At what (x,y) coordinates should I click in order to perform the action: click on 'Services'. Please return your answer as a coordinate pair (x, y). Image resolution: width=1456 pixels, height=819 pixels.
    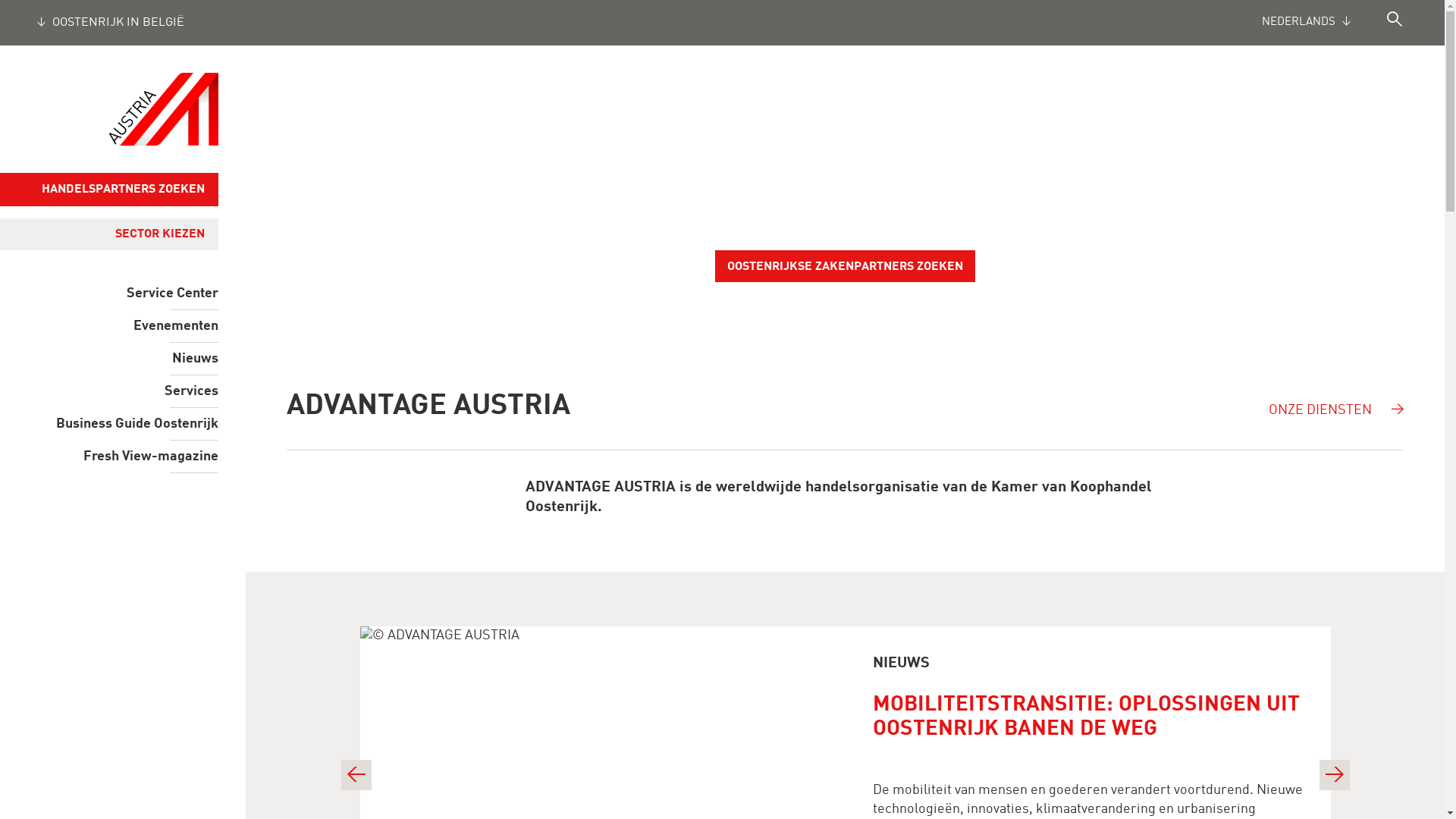
    Looking at the image, I should click on (108, 391).